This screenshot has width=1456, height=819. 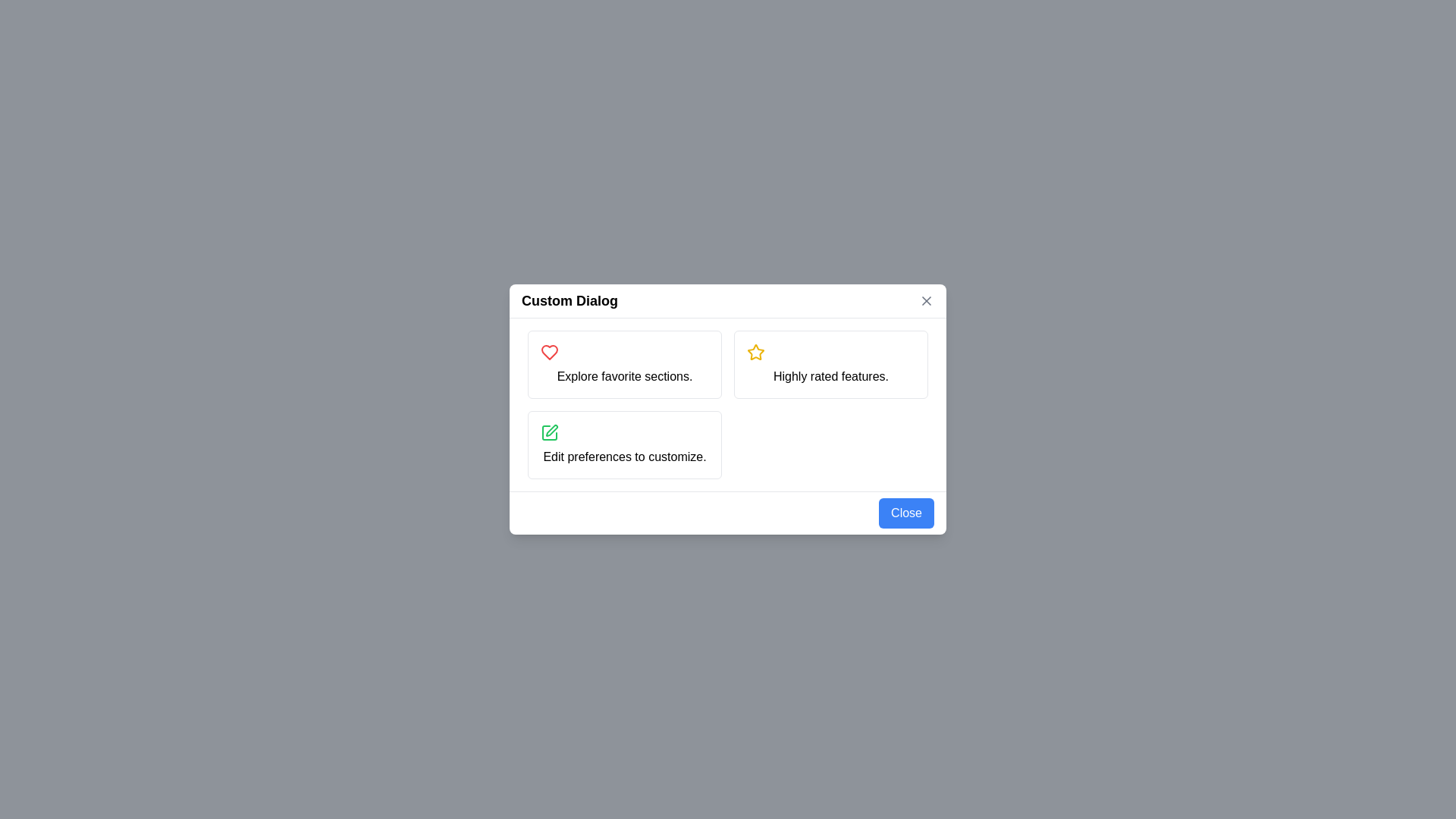 What do you see at coordinates (756, 352) in the screenshot?
I see `the visual impact of the five-pointed star icon with a yellow outline and white fill, located in the second button of the modal dialog titled 'Custom Dialog'` at bounding box center [756, 352].